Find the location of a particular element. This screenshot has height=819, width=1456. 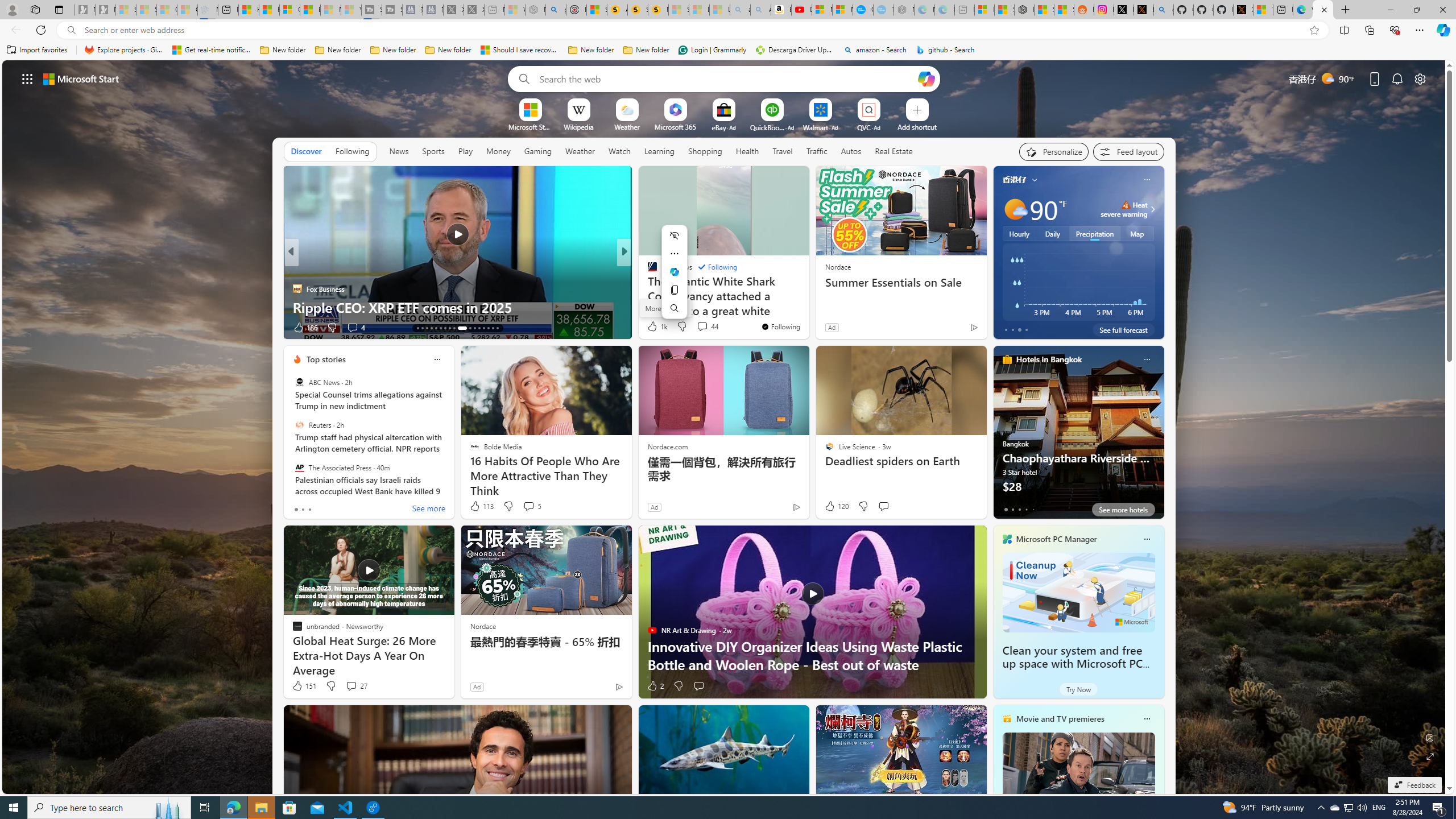

'Class: weather-arrow-glyph' is located at coordinates (1152, 209).